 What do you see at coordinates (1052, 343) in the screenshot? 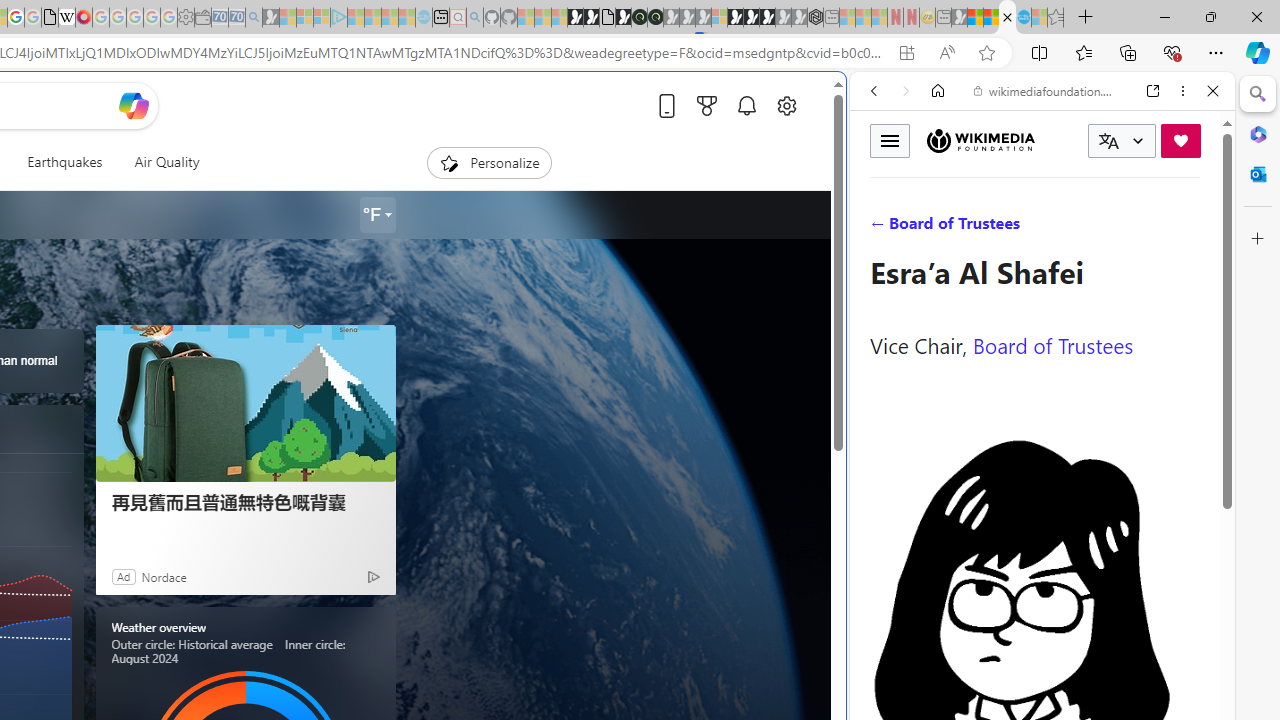
I see `'Board of Trustees'` at bounding box center [1052, 343].